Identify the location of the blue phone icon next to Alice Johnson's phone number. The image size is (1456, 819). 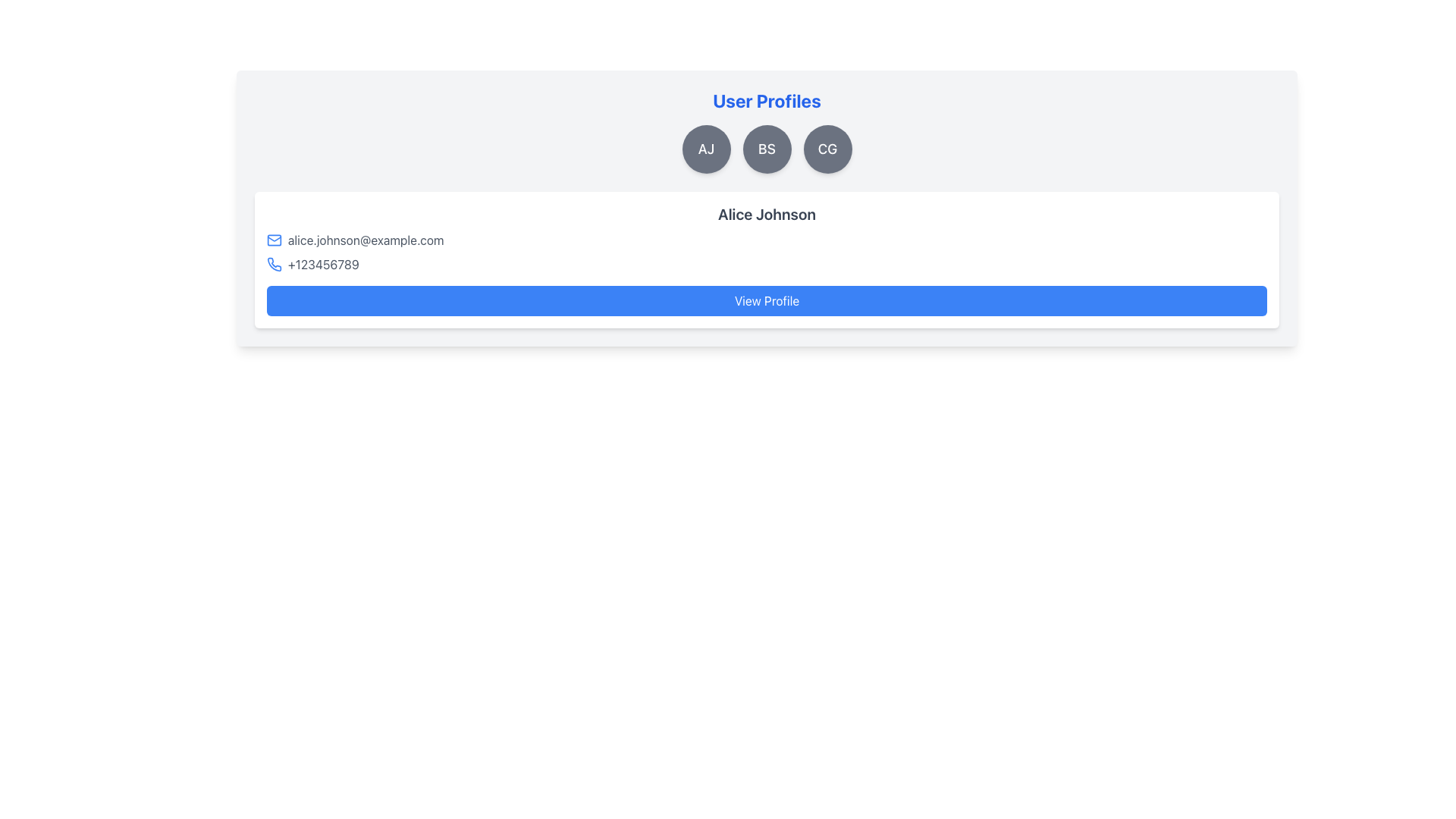
(275, 263).